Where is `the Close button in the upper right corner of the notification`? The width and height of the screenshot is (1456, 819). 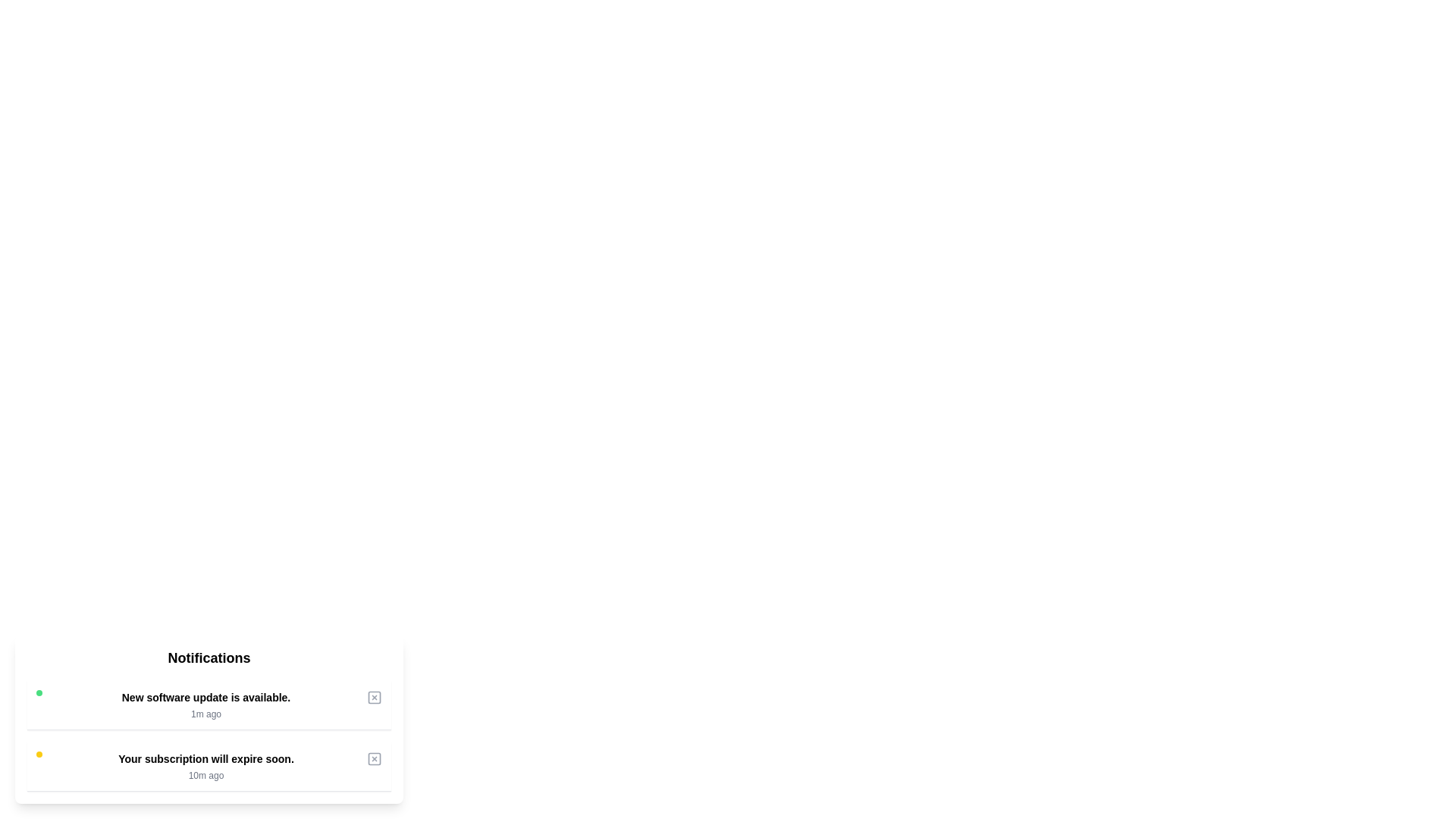 the Close button in the upper right corner of the notification is located at coordinates (375, 698).